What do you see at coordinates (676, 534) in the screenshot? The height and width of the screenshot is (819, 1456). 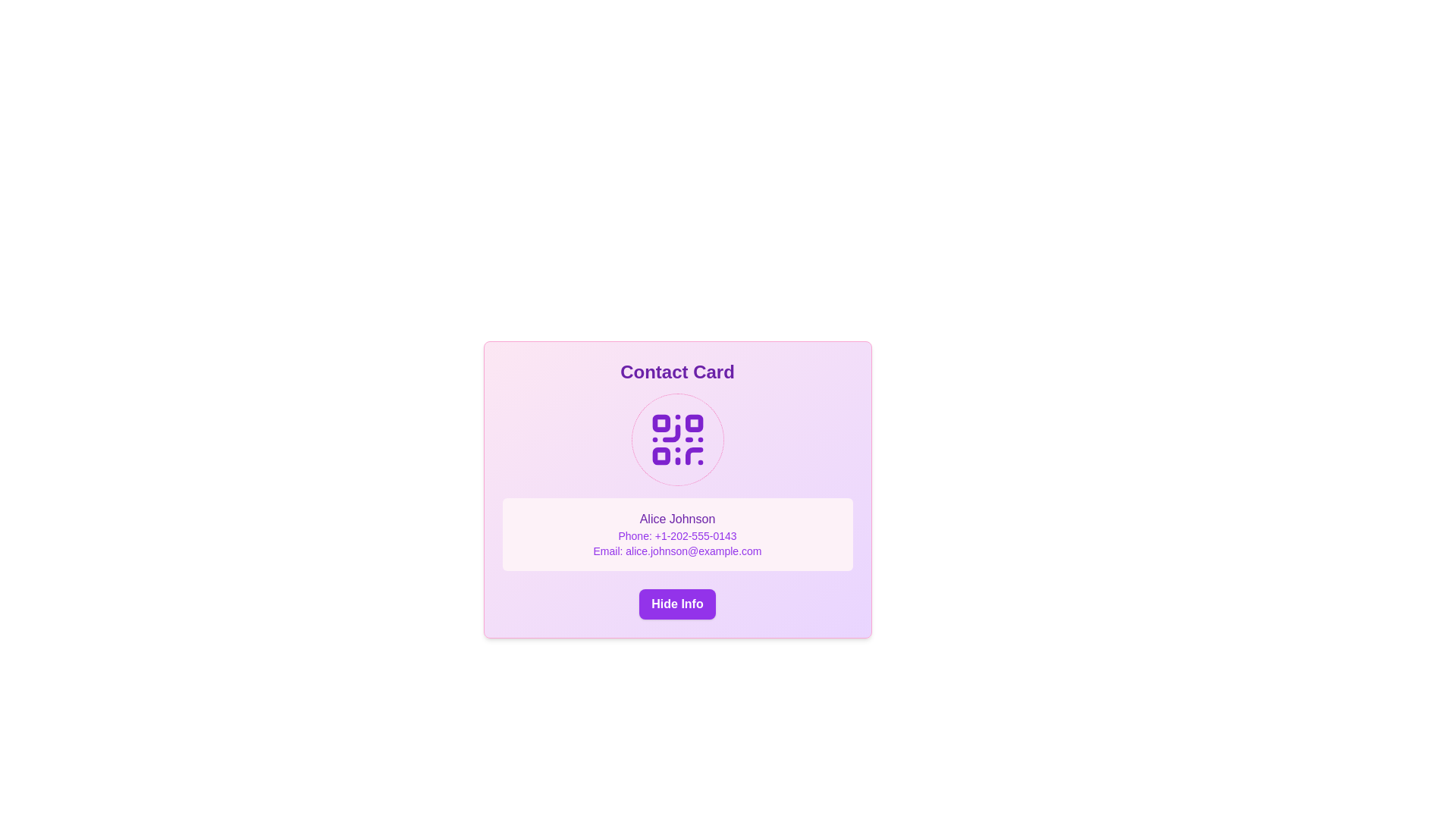 I see `the Information display section, which is a pink, rounded rectangle containing the name 'Alice Johnson' in bold purple font, positioned below a QR code and above the 'Hide Info' button` at bounding box center [676, 534].